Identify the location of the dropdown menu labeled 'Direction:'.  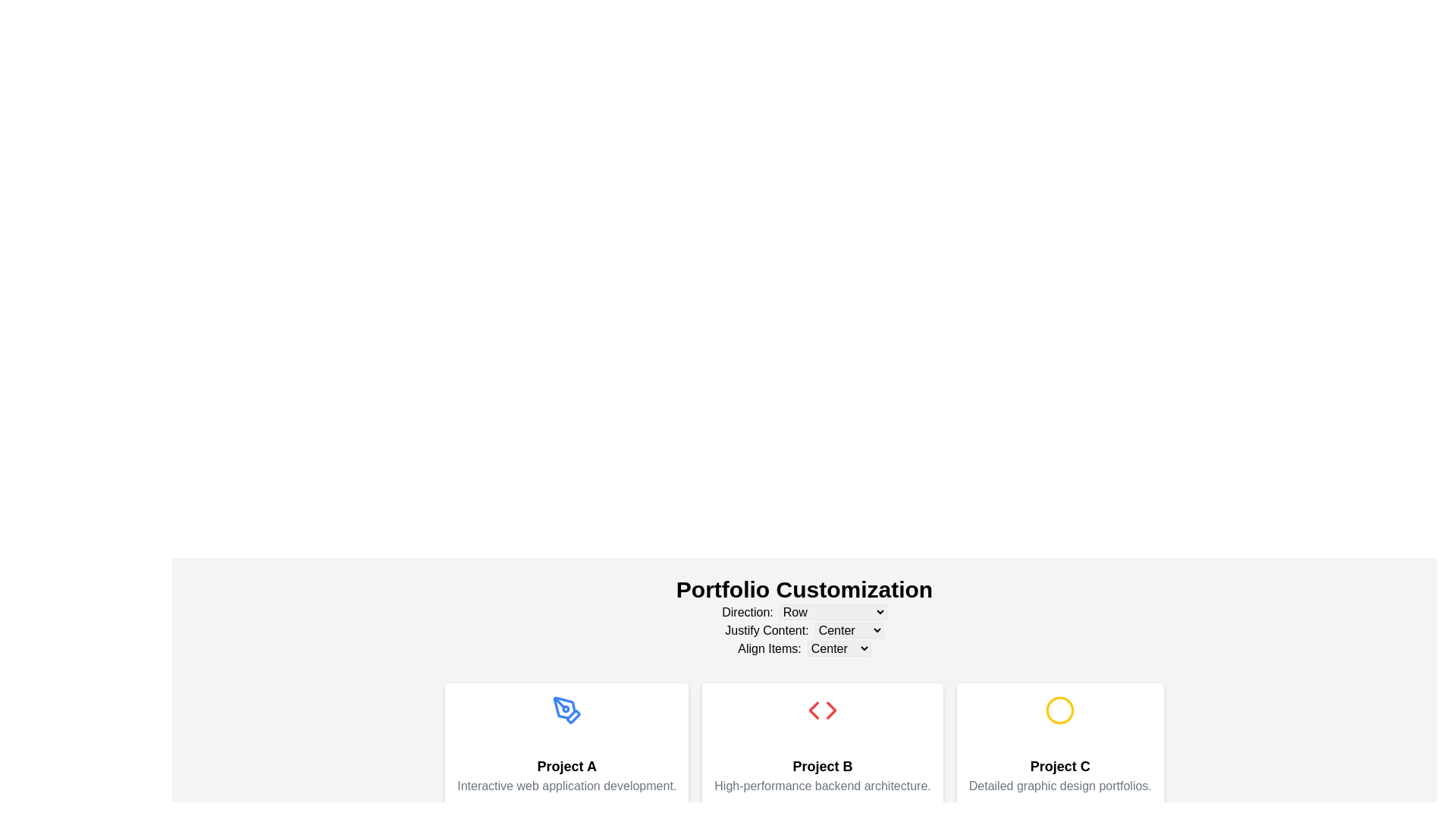
(803, 611).